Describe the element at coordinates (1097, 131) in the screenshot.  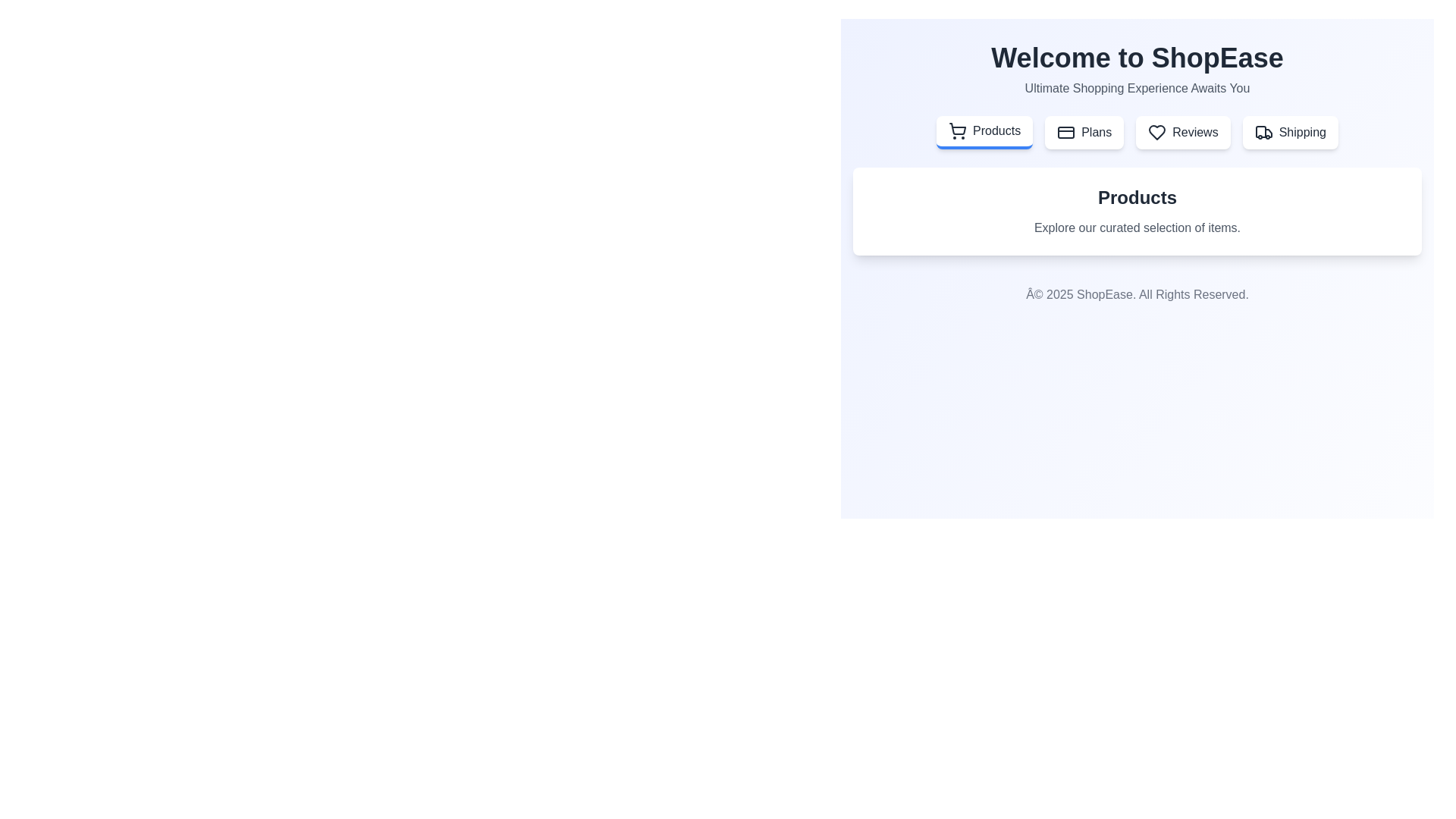
I see `the 'Plans' text label, which is part of a button in the horizontal menu located beneath the 'Welcome to ShopEase' header, to trigger visual feedback` at that location.